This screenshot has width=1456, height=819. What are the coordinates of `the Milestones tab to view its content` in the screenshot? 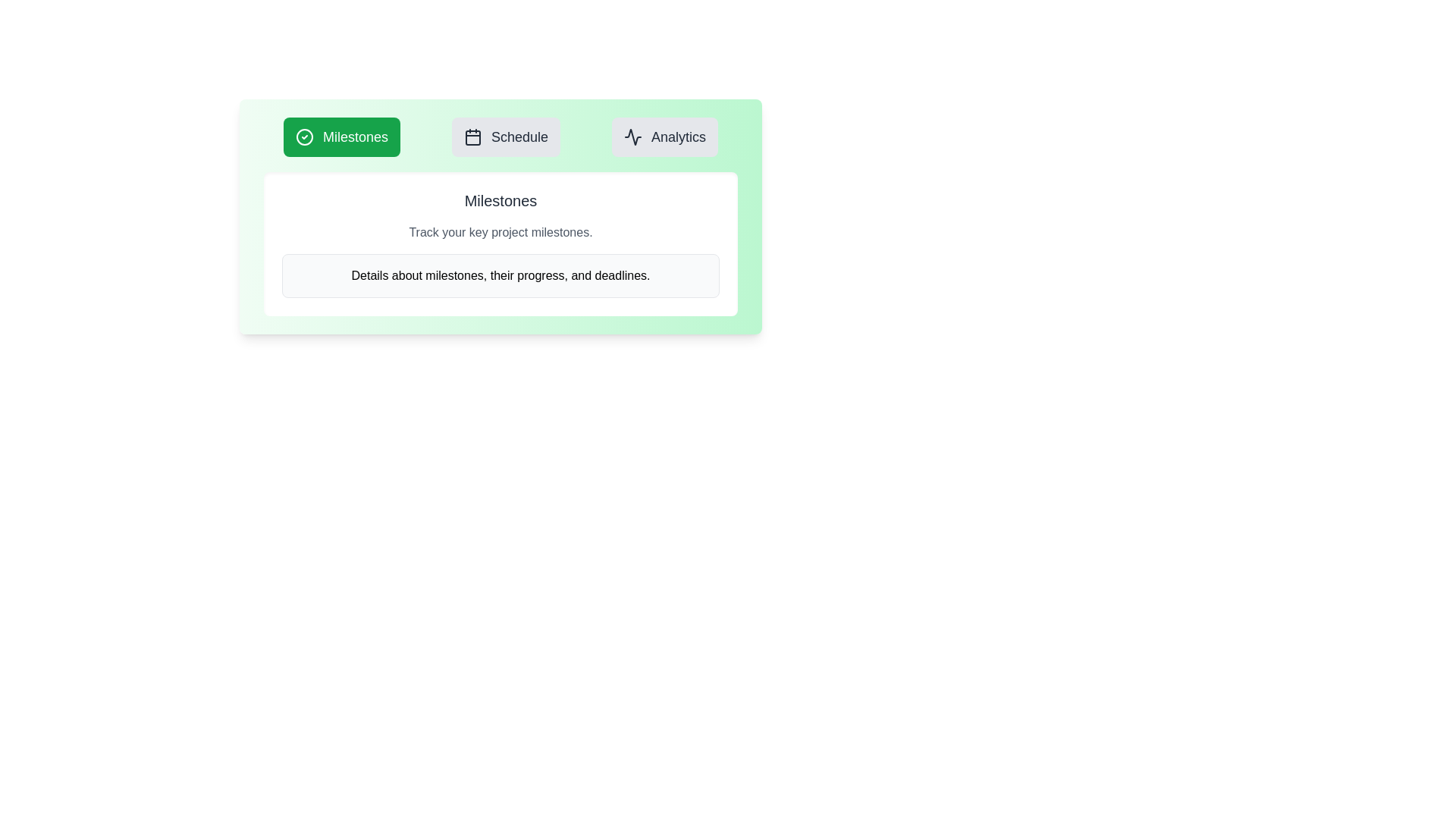 It's located at (341, 137).